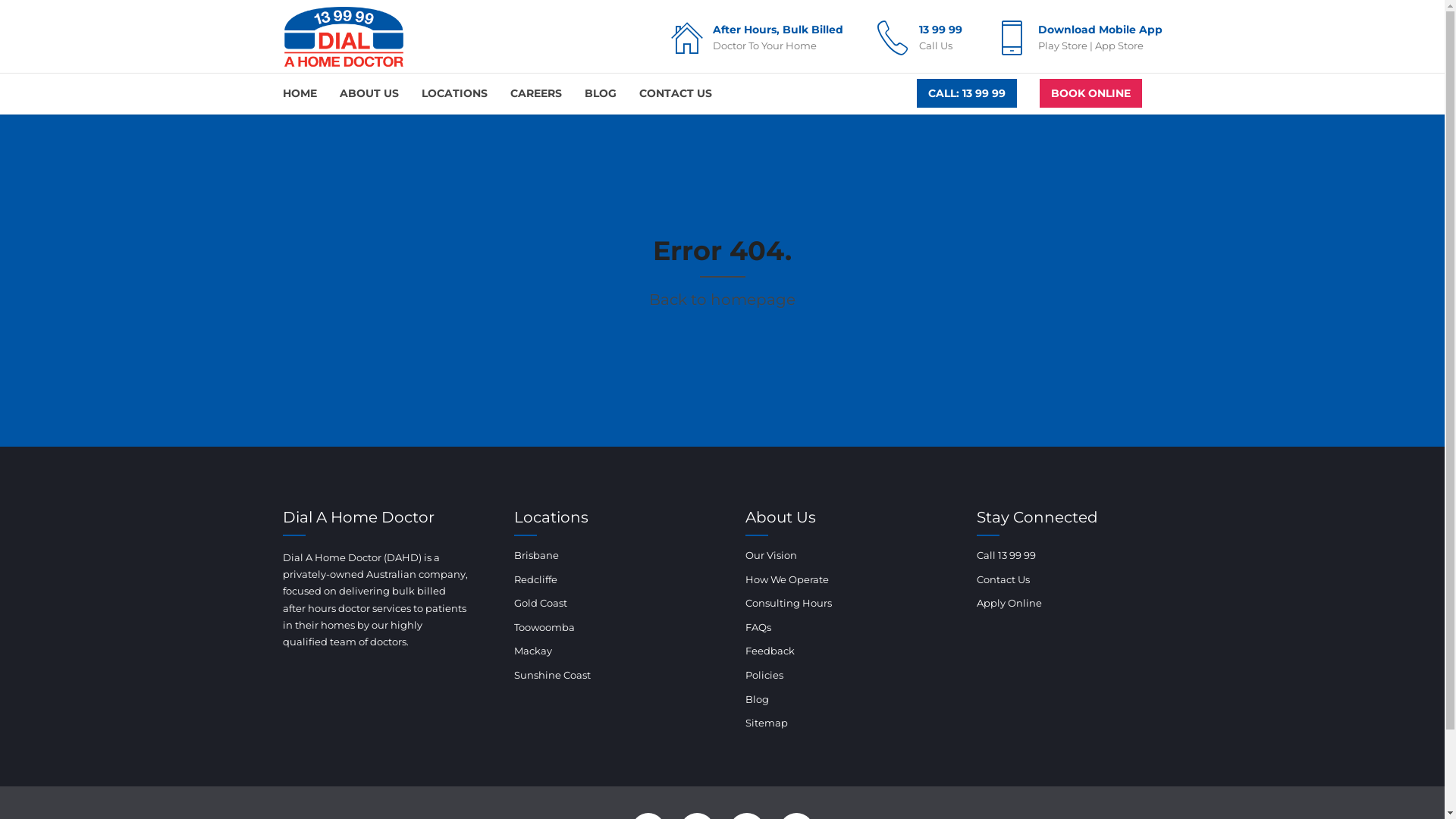 This screenshot has width=1456, height=819. Describe the element at coordinates (786, 579) in the screenshot. I see `'How We Operate'` at that location.